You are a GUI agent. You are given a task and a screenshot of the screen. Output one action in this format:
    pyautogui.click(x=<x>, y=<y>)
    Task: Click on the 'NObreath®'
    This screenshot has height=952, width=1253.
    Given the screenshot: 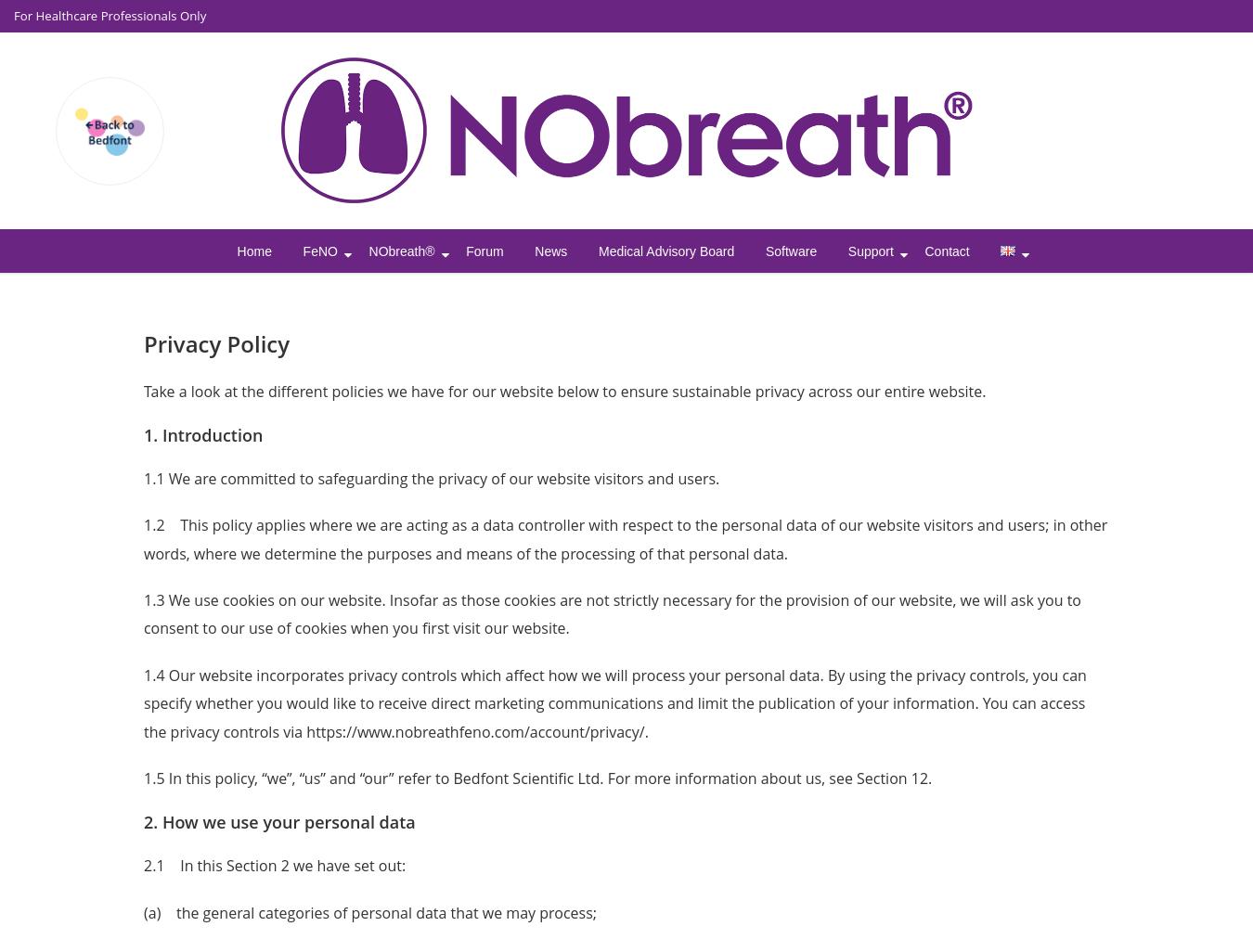 What is the action you would take?
    pyautogui.click(x=368, y=250)
    